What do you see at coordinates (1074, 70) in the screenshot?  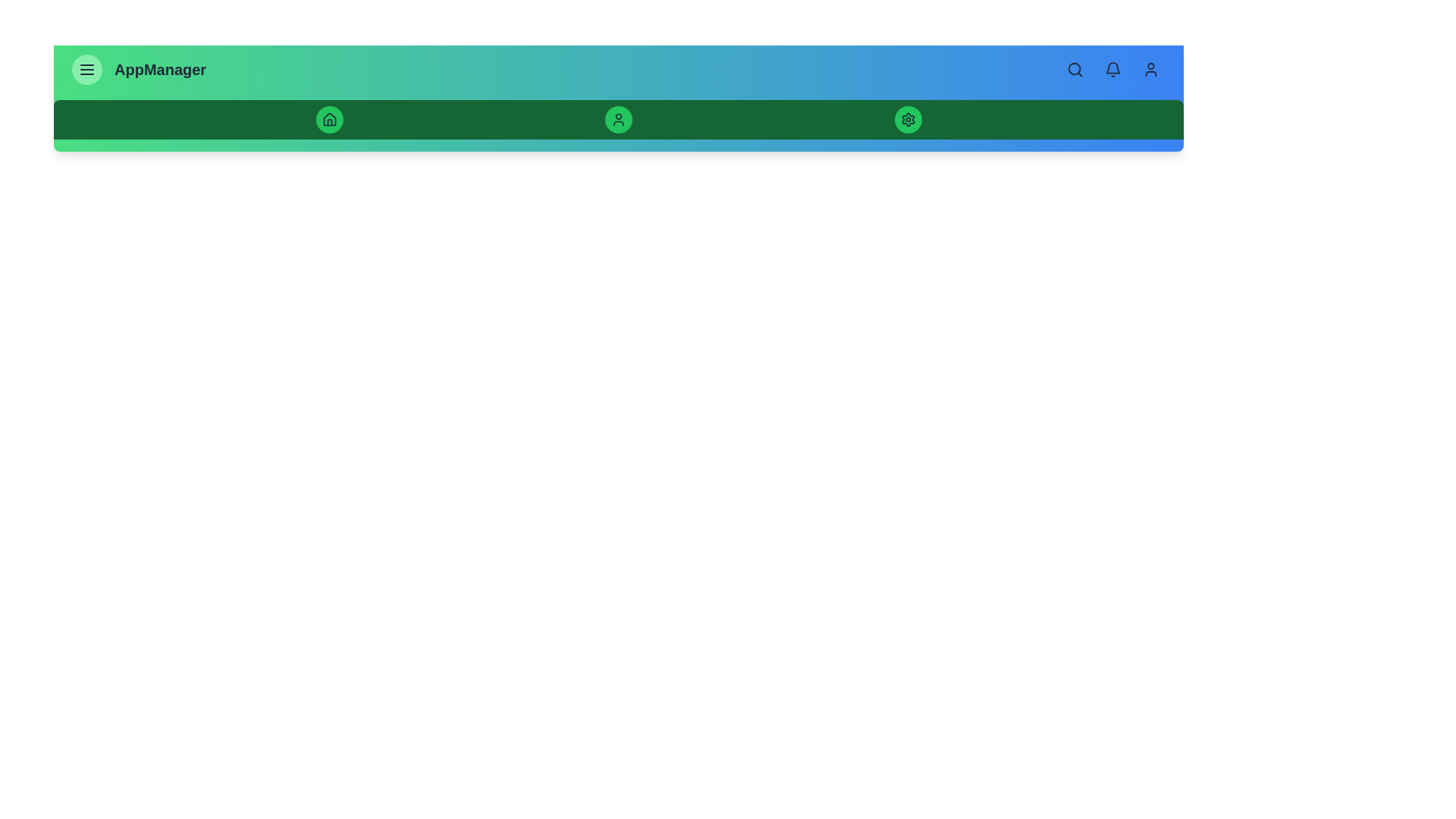 I see `the search button to initiate a search action` at bounding box center [1074, 70].